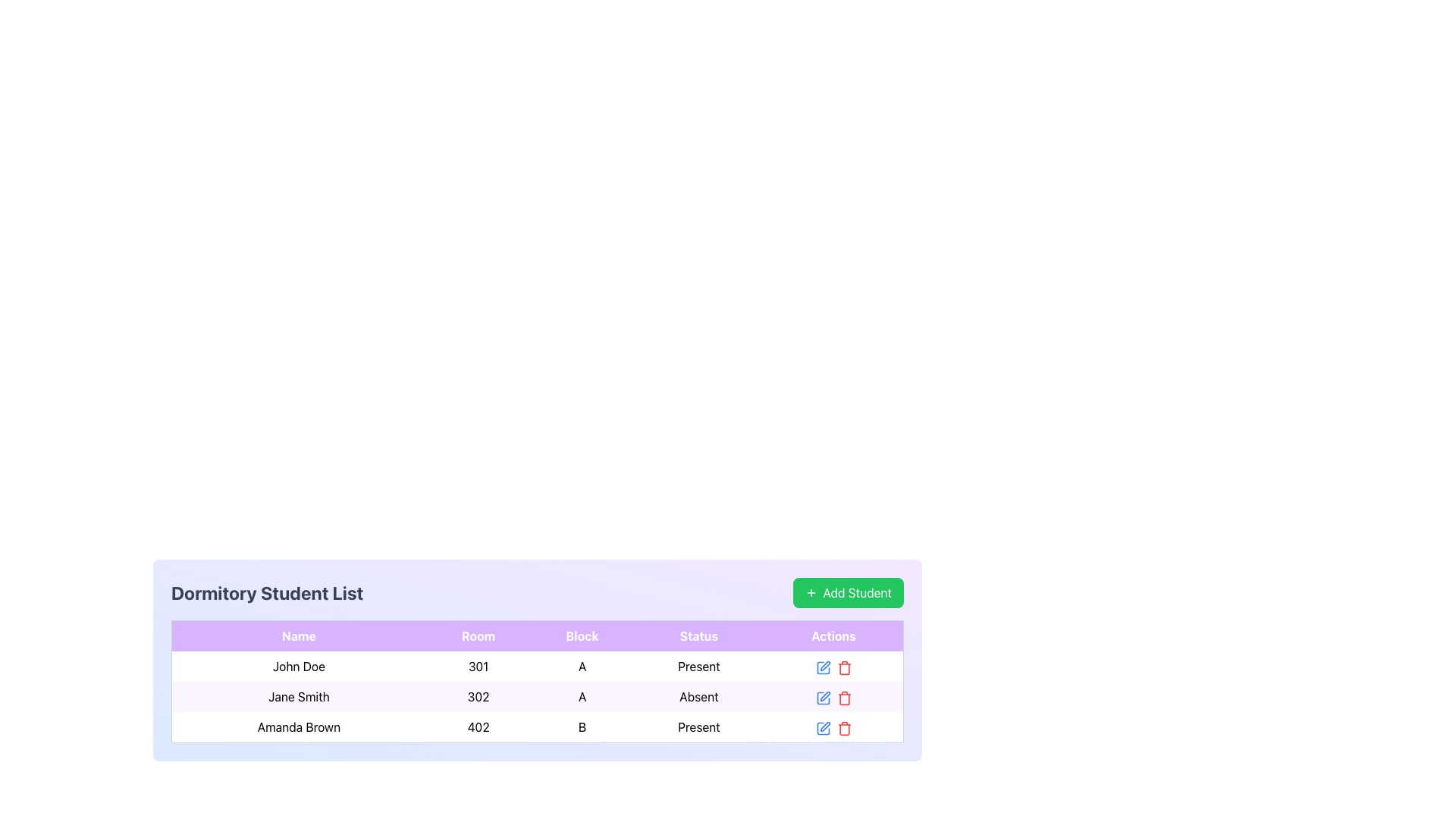  Describe the element at coordinates (843, 726) in the screenshot. I see `the red trash can icon button located in the 'Actions' column of the table for the row of 'Amanda Brown'` at that location.